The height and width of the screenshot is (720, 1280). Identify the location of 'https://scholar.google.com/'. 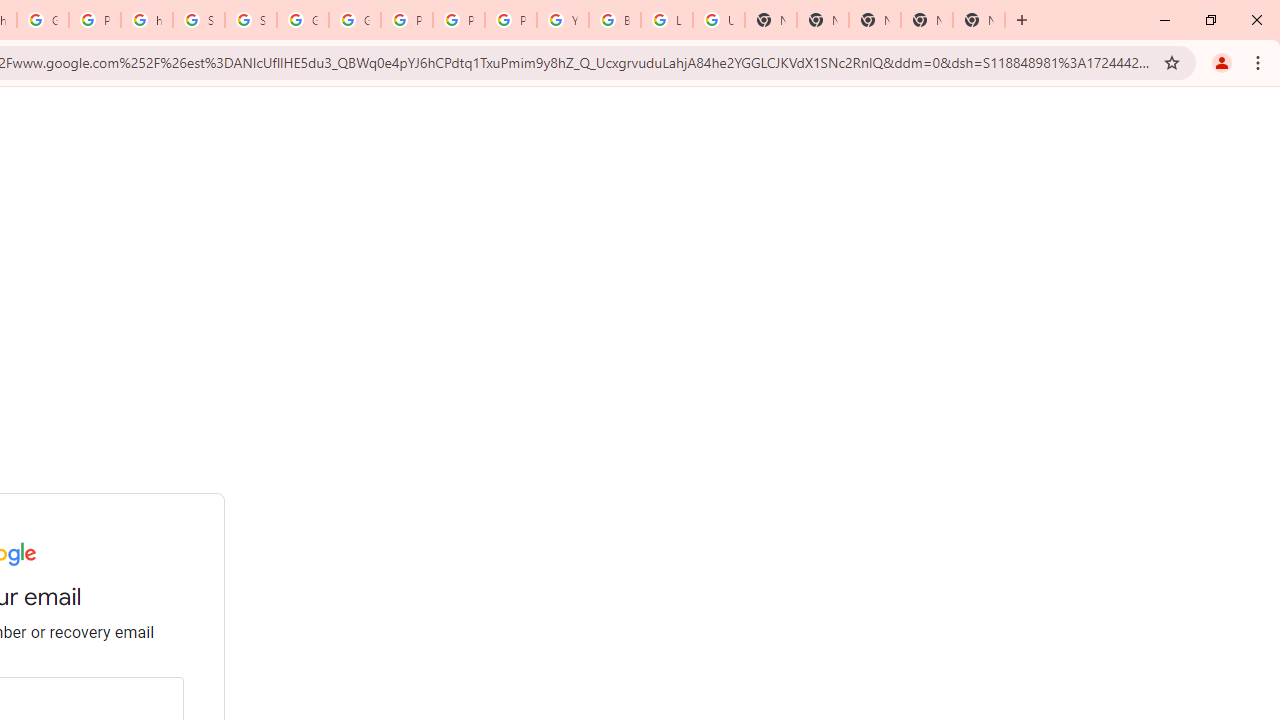
(146, 20).